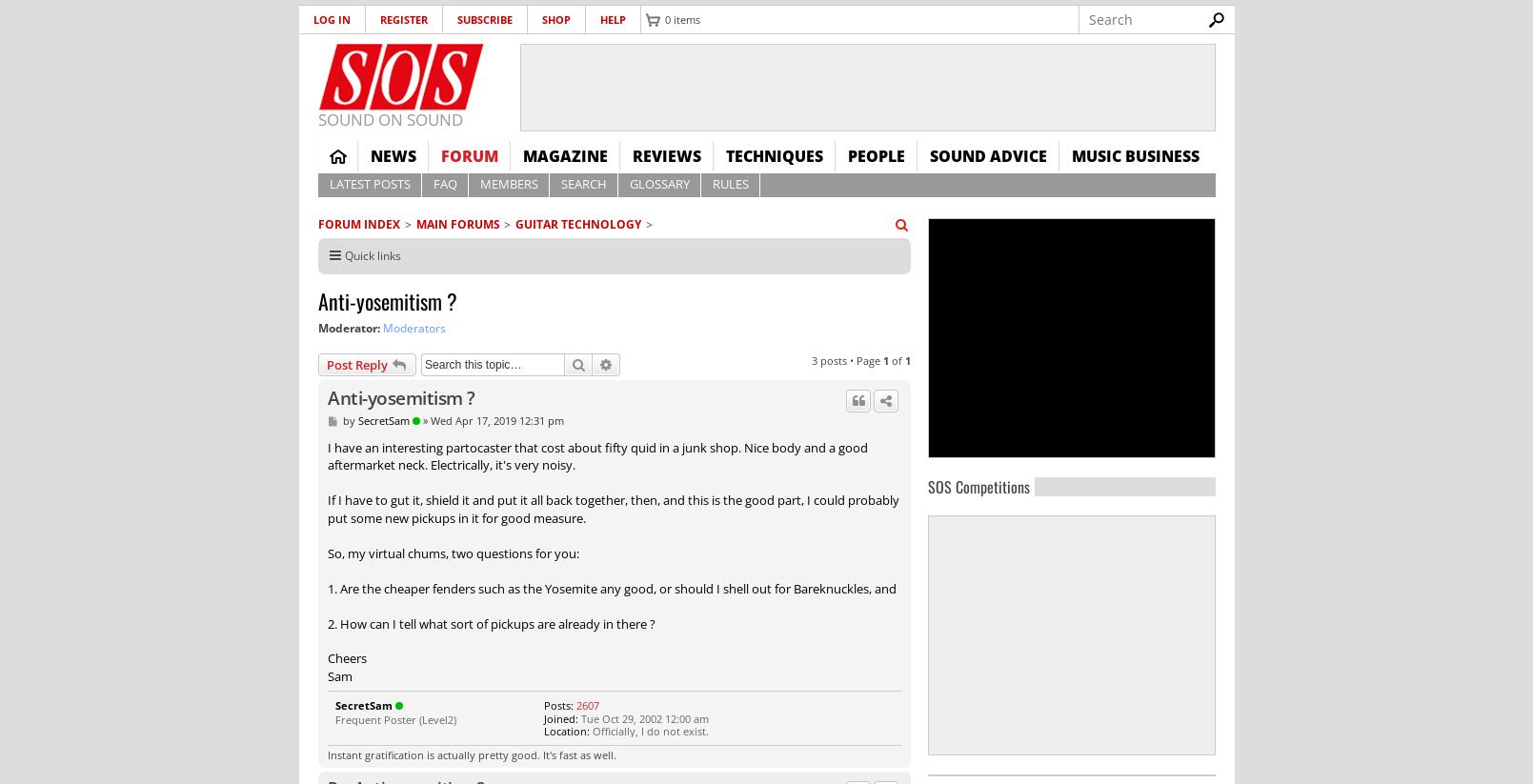 The width and height of the screenshot is (1533, 784). Describe the element at coordinates (729, 184) in the screenshot. I see `'Rules'` at that location.